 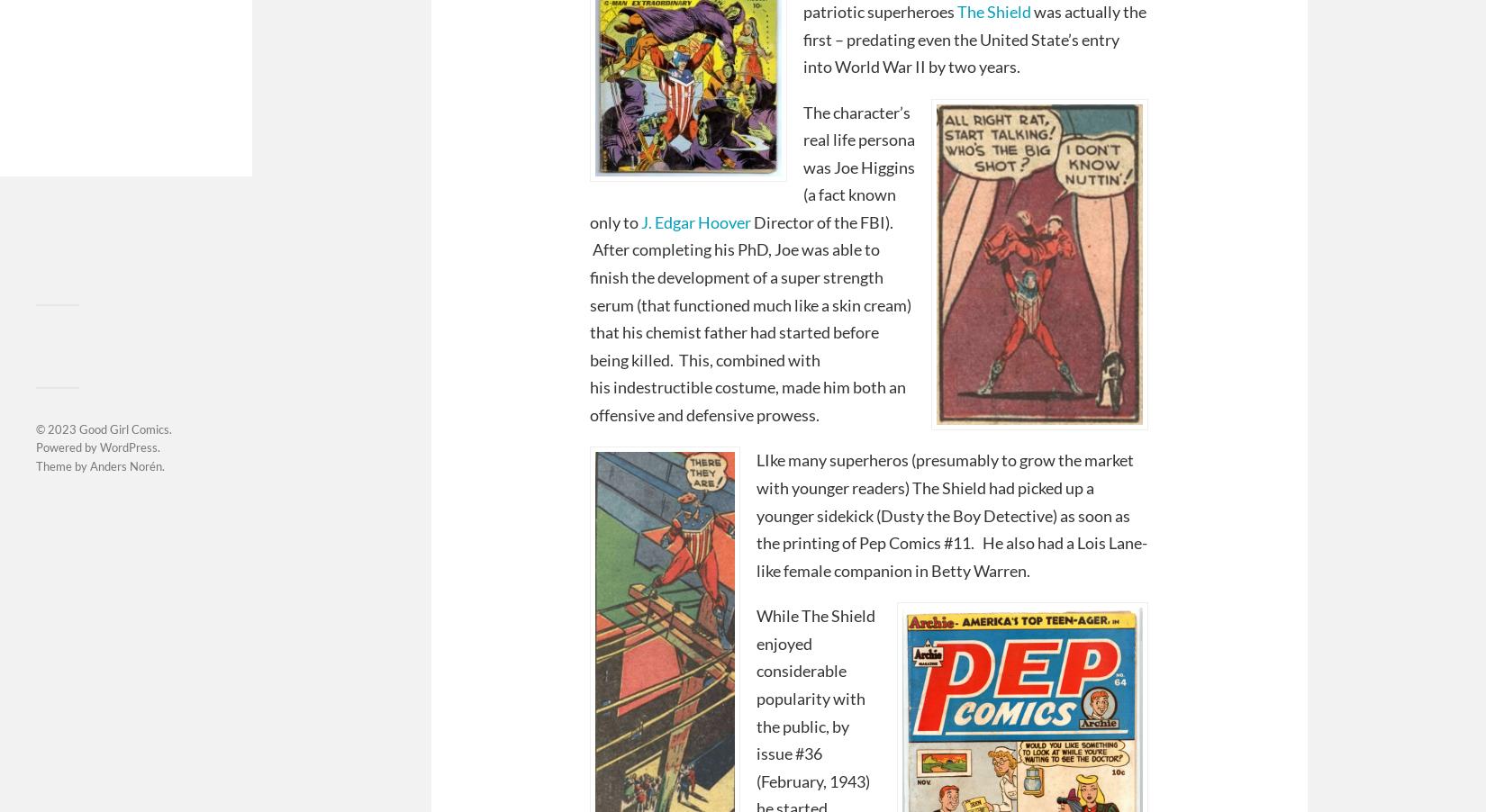 What do you see at coordinates (589, 317) in the screenshot?
I see `'Director of the FBI).  After completing his PhD, Joe was able to finish the development of a super strength serum (that functioned much like a skin cream) that his chemist father had started before being killed.  This, combined with his indestructible costume, made him both an offensive and defensive prowess.'` at bounding box center [589, 317].